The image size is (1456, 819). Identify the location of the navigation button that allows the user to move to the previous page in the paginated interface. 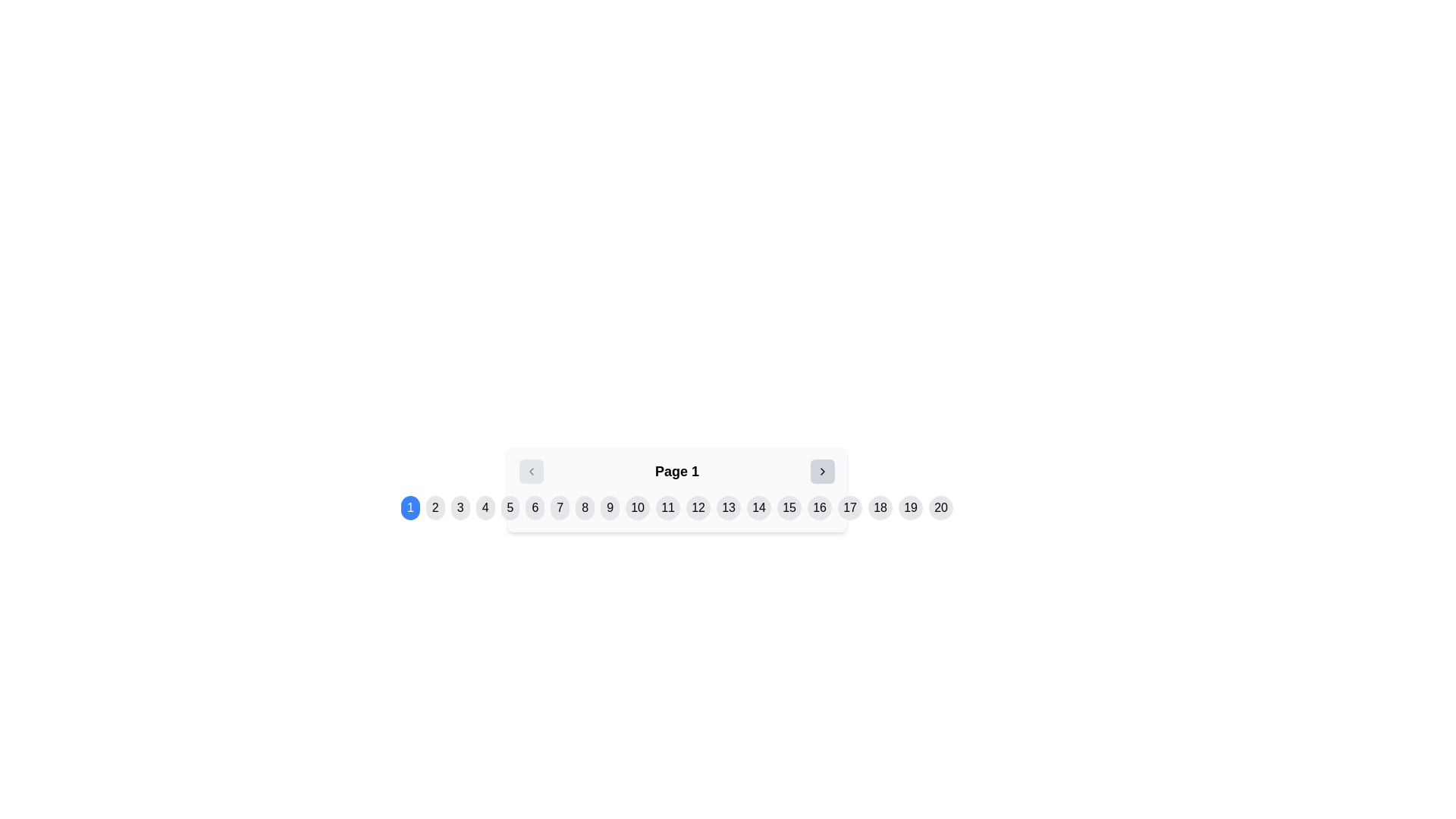
(531, 470).